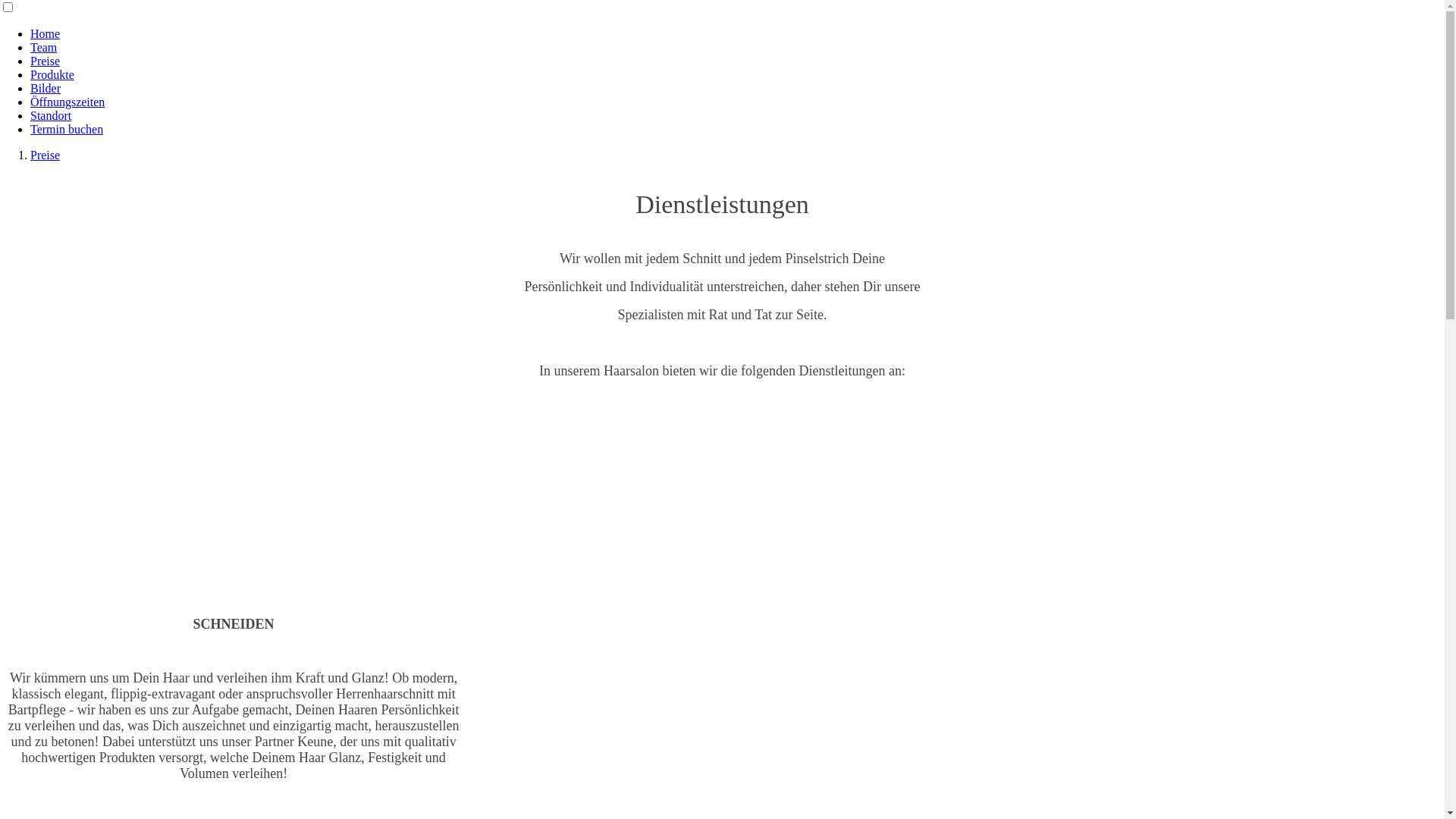 The image size is (1456, 819). Describe the element at coordinates (30, 88) in the screenshot. I see `'Bilder'` at that location.